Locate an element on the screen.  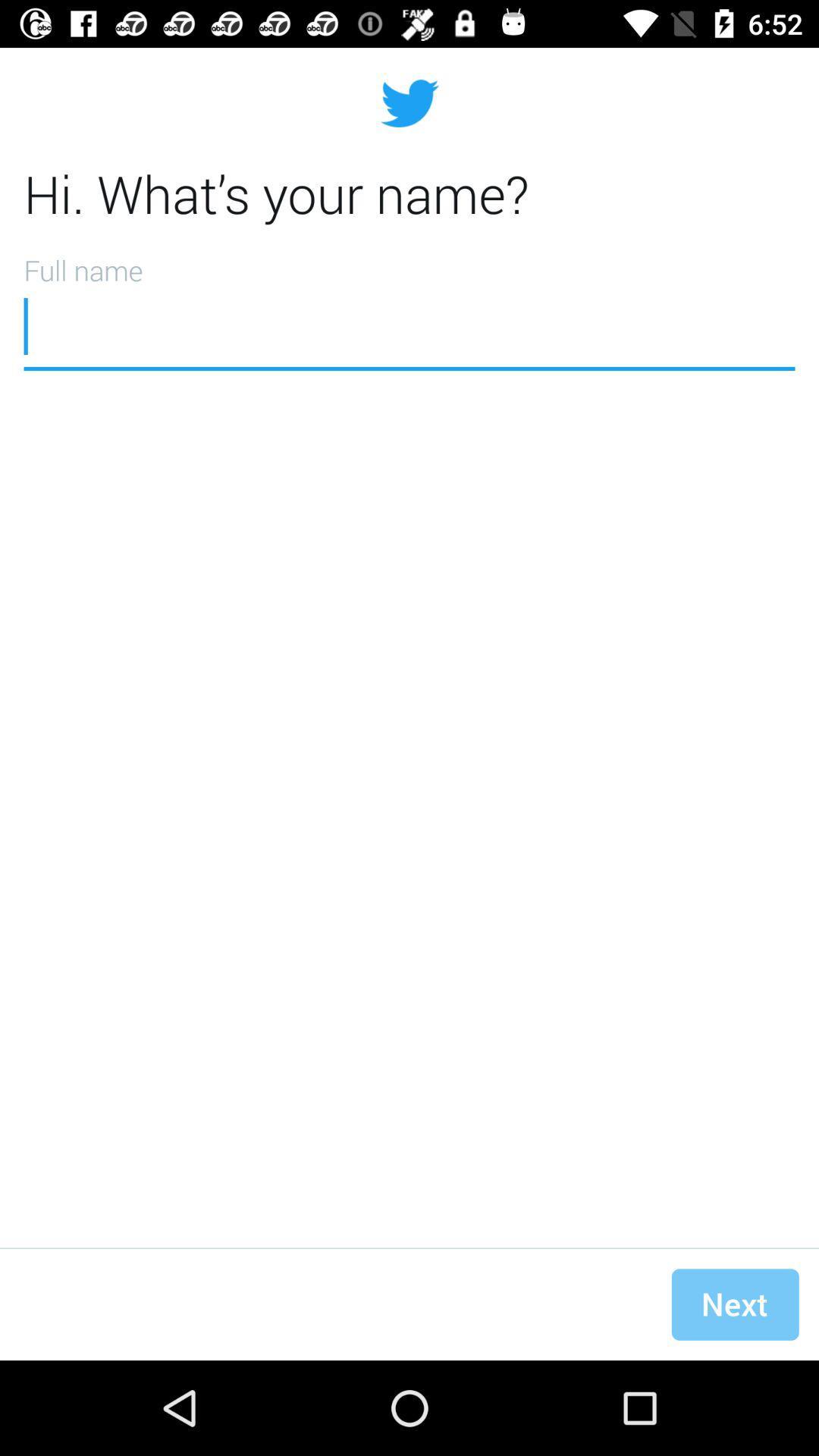
item below hi what s is located at coordinates (409, 306).